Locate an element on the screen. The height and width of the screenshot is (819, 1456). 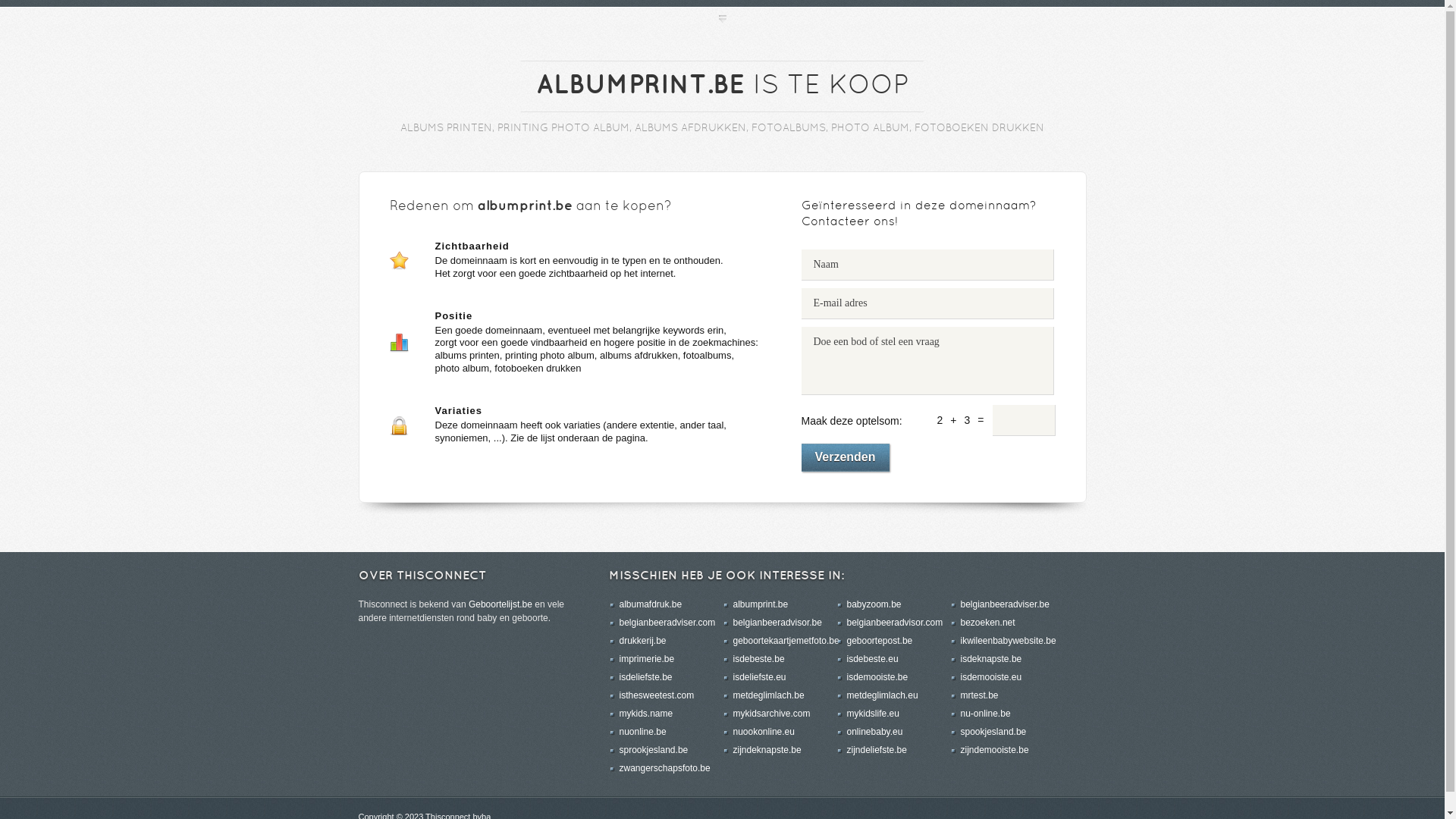
'babyzoom.be' is located at coordinates (874, 604).